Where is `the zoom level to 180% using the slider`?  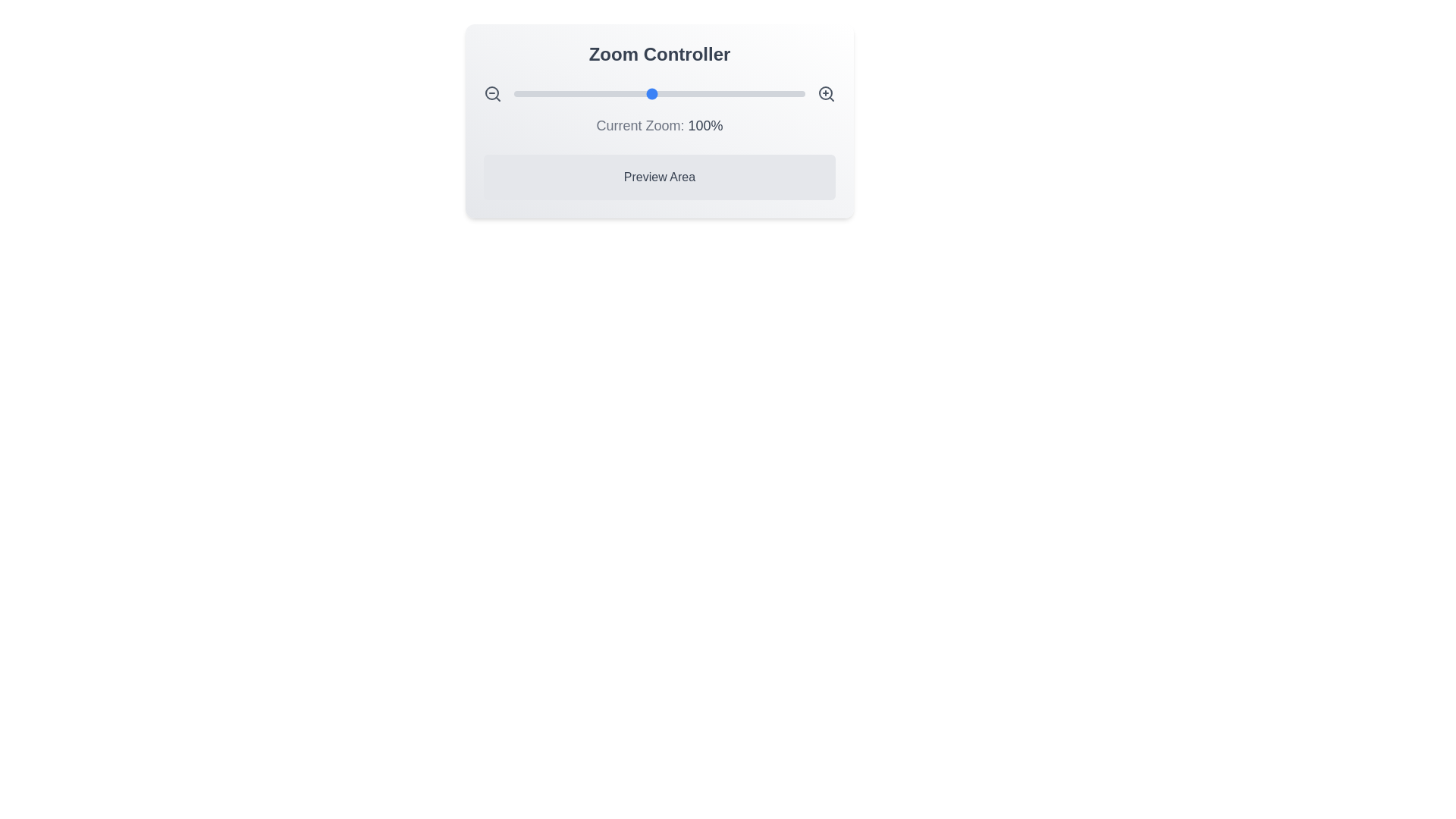
the zoom level to 180% using the slider is located at coordinates (774, 93).